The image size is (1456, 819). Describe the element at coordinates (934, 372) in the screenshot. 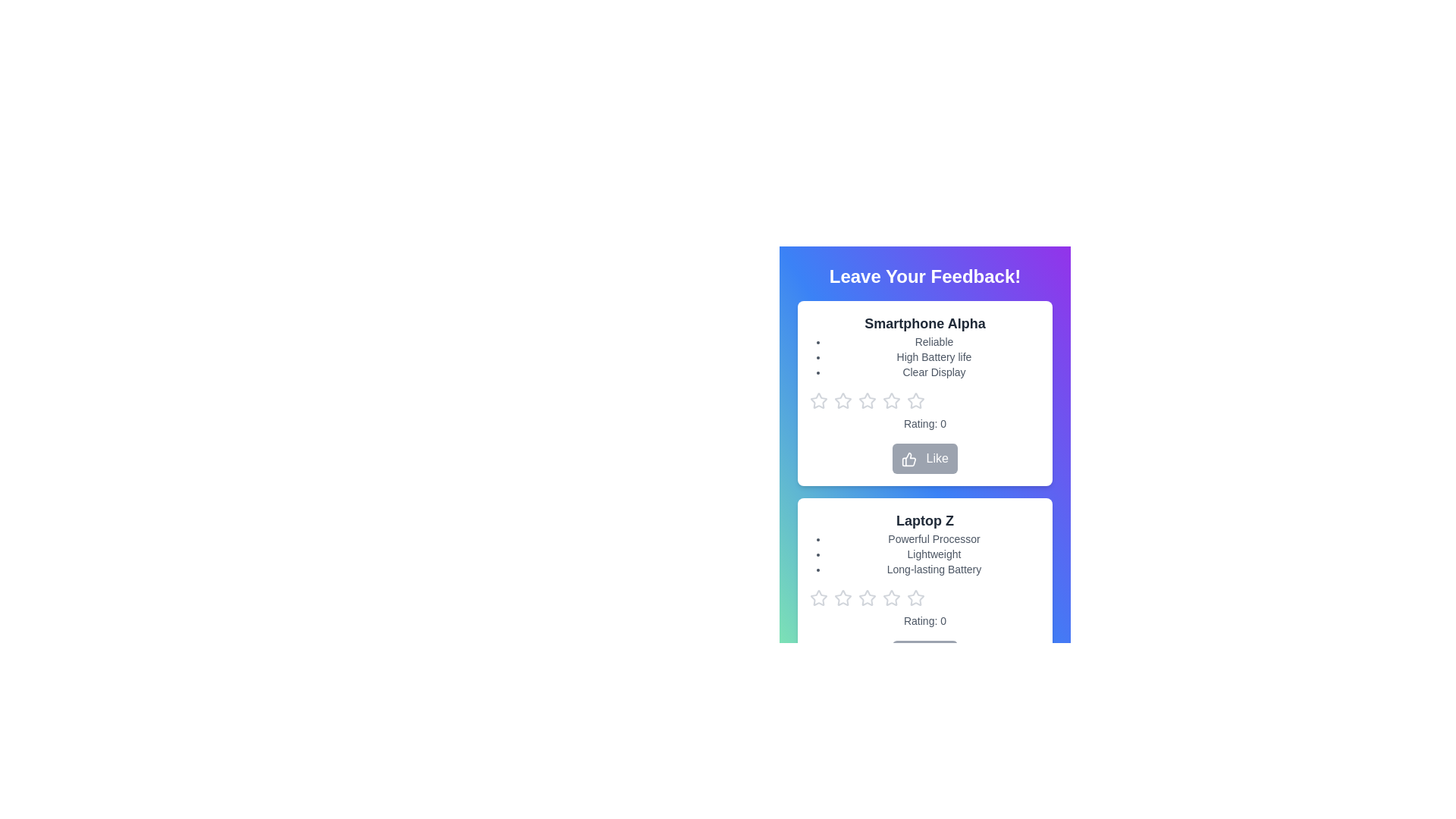

I see `the informational text label describing the feature of 'Smartphone Alpha', specifically the third item in the bullet-point list which states 'Clear Display'` at that location.